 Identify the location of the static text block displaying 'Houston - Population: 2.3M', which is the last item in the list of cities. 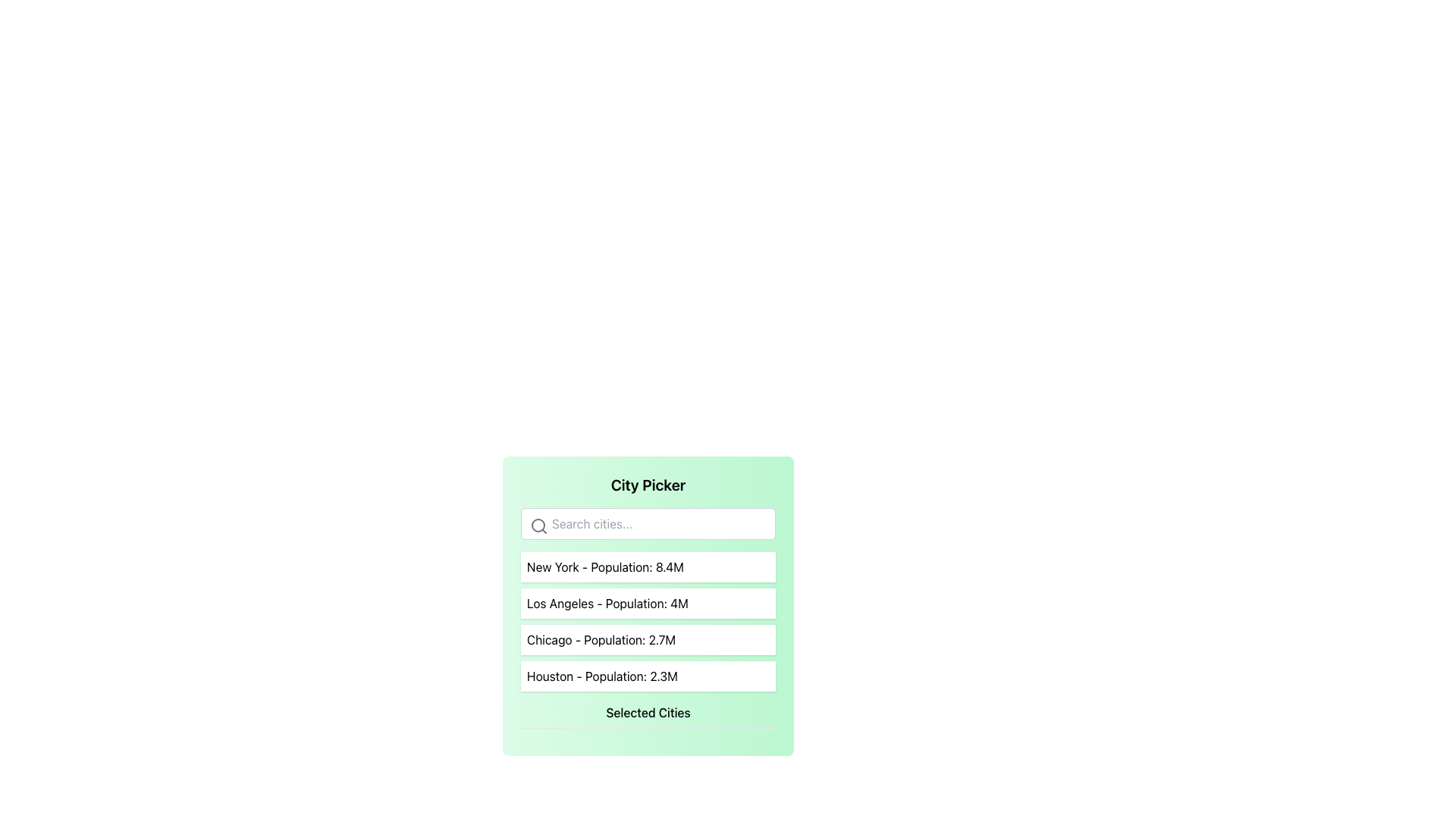
(648, 675).